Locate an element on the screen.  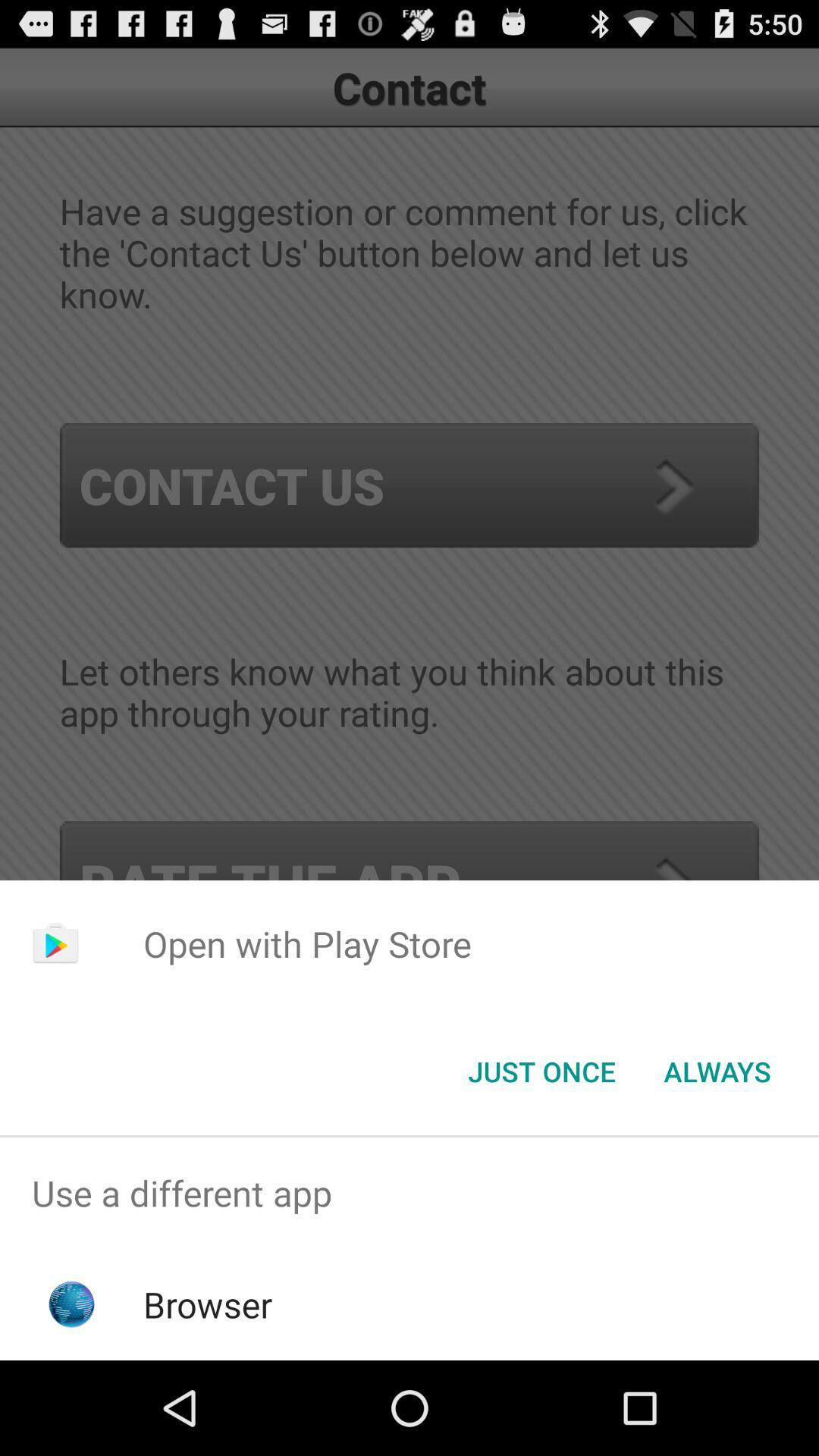
item above the browser app is located at coordinates (409, 1192).